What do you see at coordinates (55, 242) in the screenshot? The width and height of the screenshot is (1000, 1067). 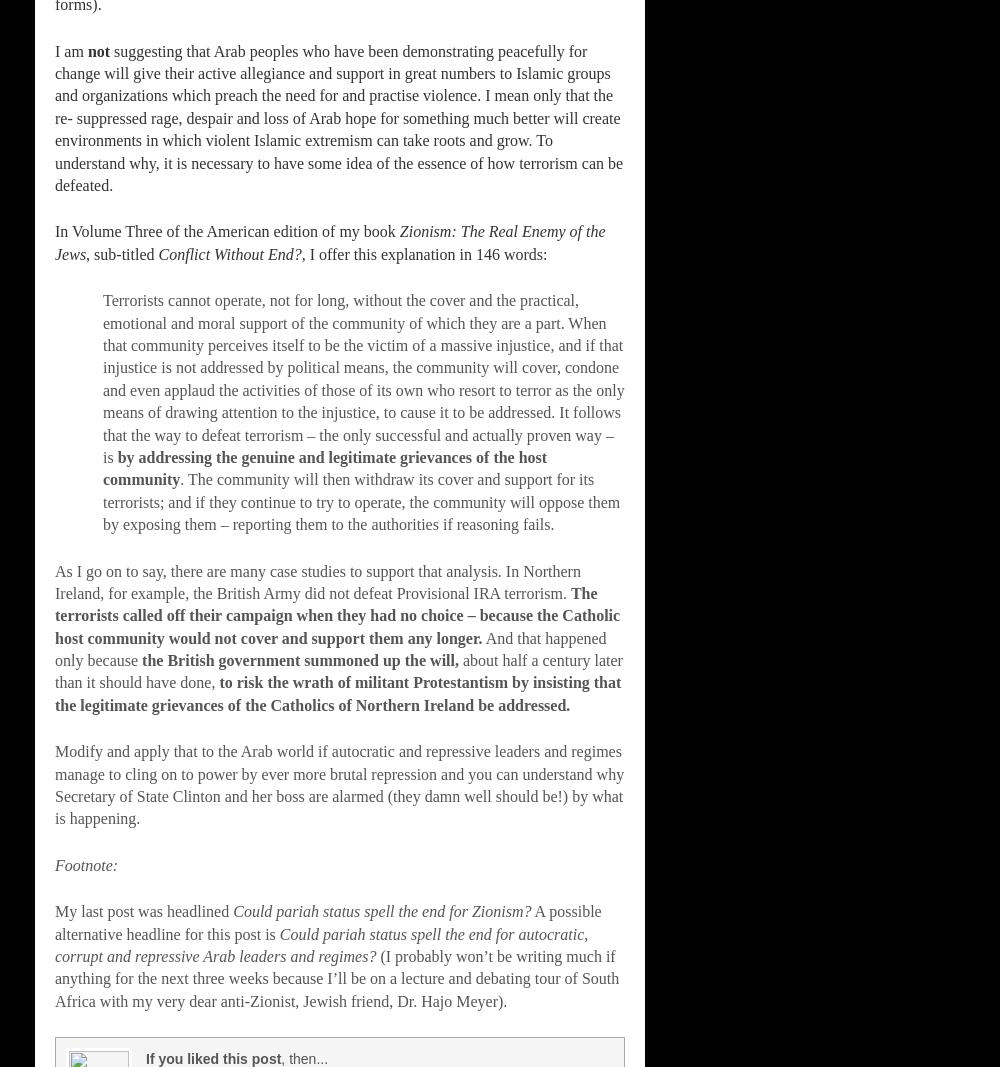 I see `'Zionism: The Real Enemy of the Jews'` at bounding box center [55, 242].